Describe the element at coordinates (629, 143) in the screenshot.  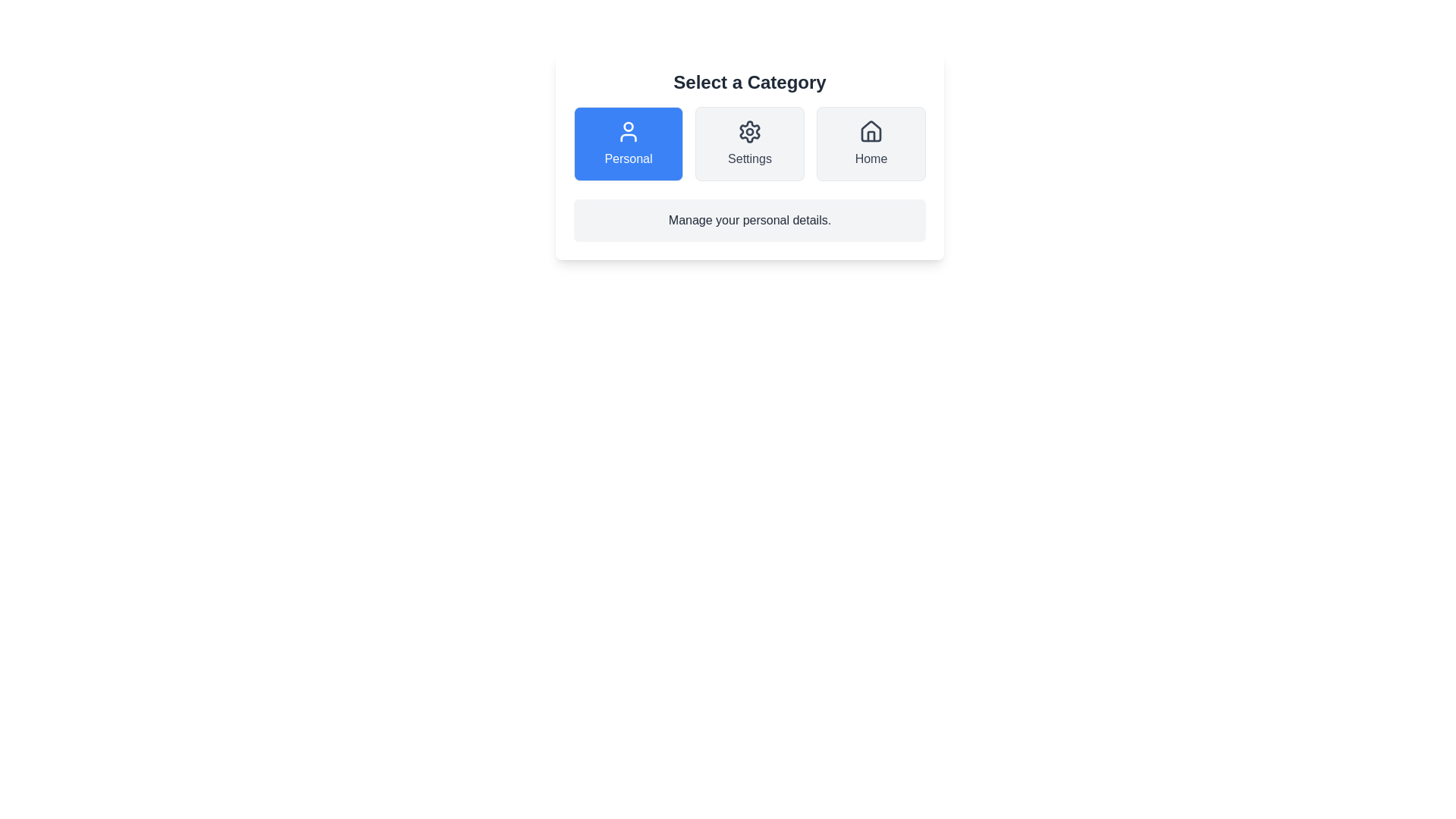
I see `the Personal button to select the corresponding category` at that location.